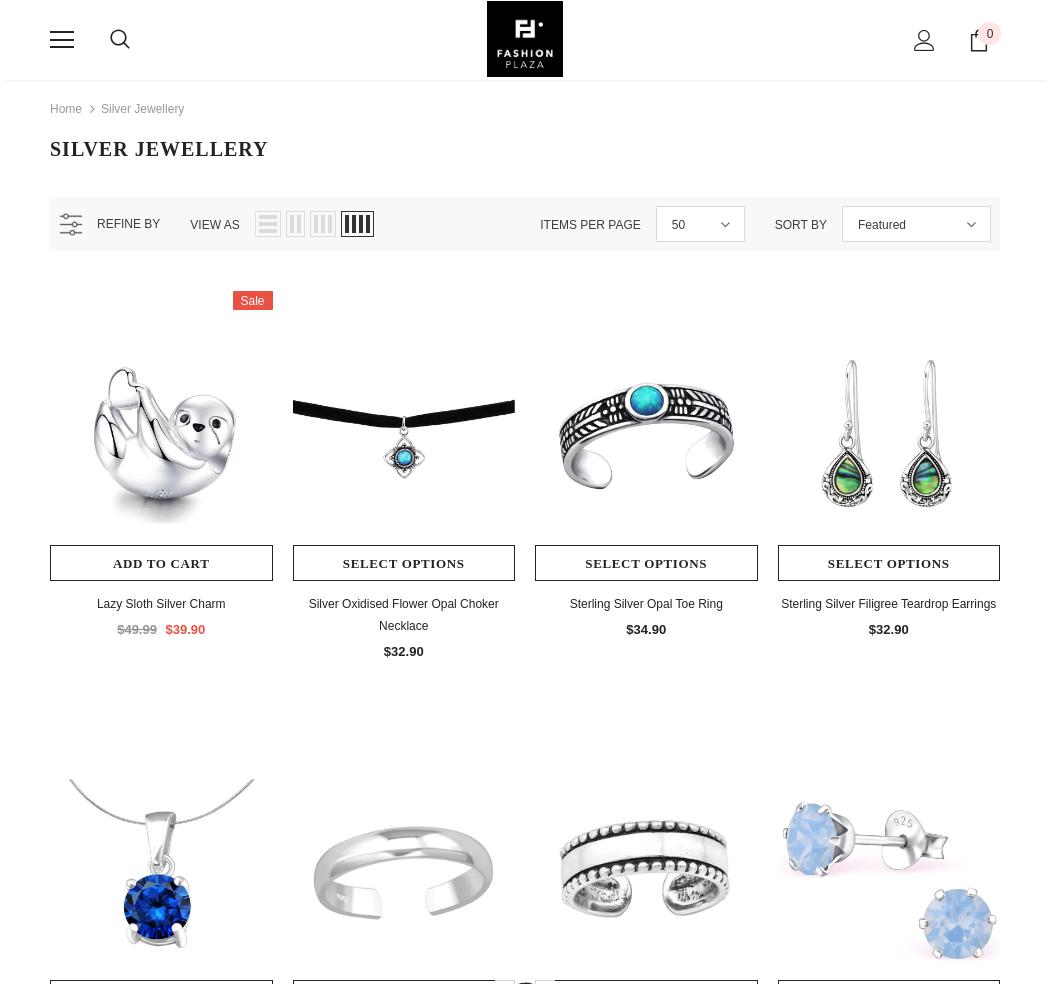 Image resolution: width=1050 pixels, height=984 pixels. Describe the element at coordinates (160, 562) in the screenshot. I see `'Add to Cart'` at that location.